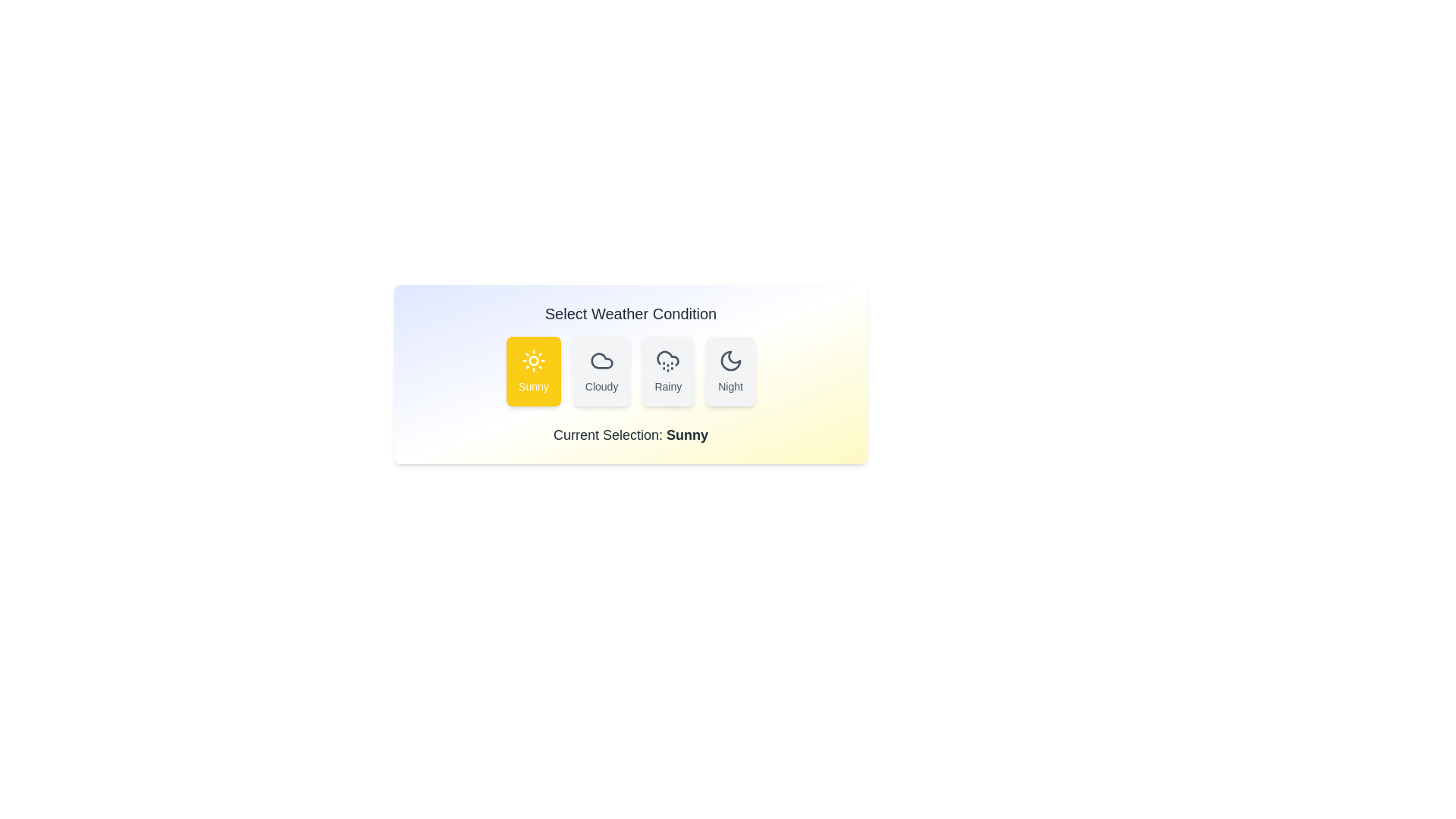 The image size is (1456, 819). What do you see at coordinates (667, 371) in the screenshot?
I see `the weather button Rainy to observe its hover effect` at bounding box center [667, 371].